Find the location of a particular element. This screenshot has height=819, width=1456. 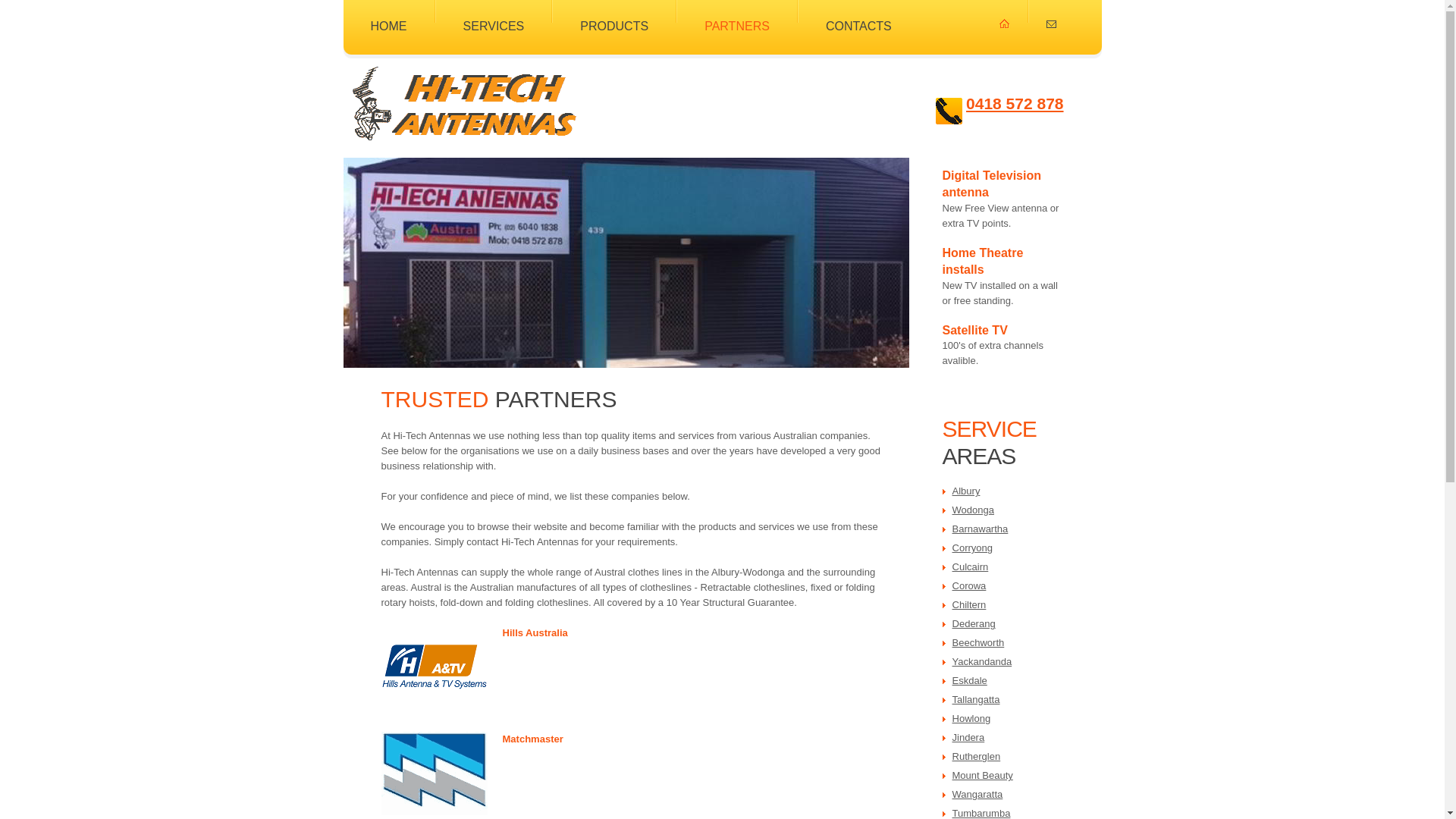

'PARTNERS' is located at coordinates (736, 17).